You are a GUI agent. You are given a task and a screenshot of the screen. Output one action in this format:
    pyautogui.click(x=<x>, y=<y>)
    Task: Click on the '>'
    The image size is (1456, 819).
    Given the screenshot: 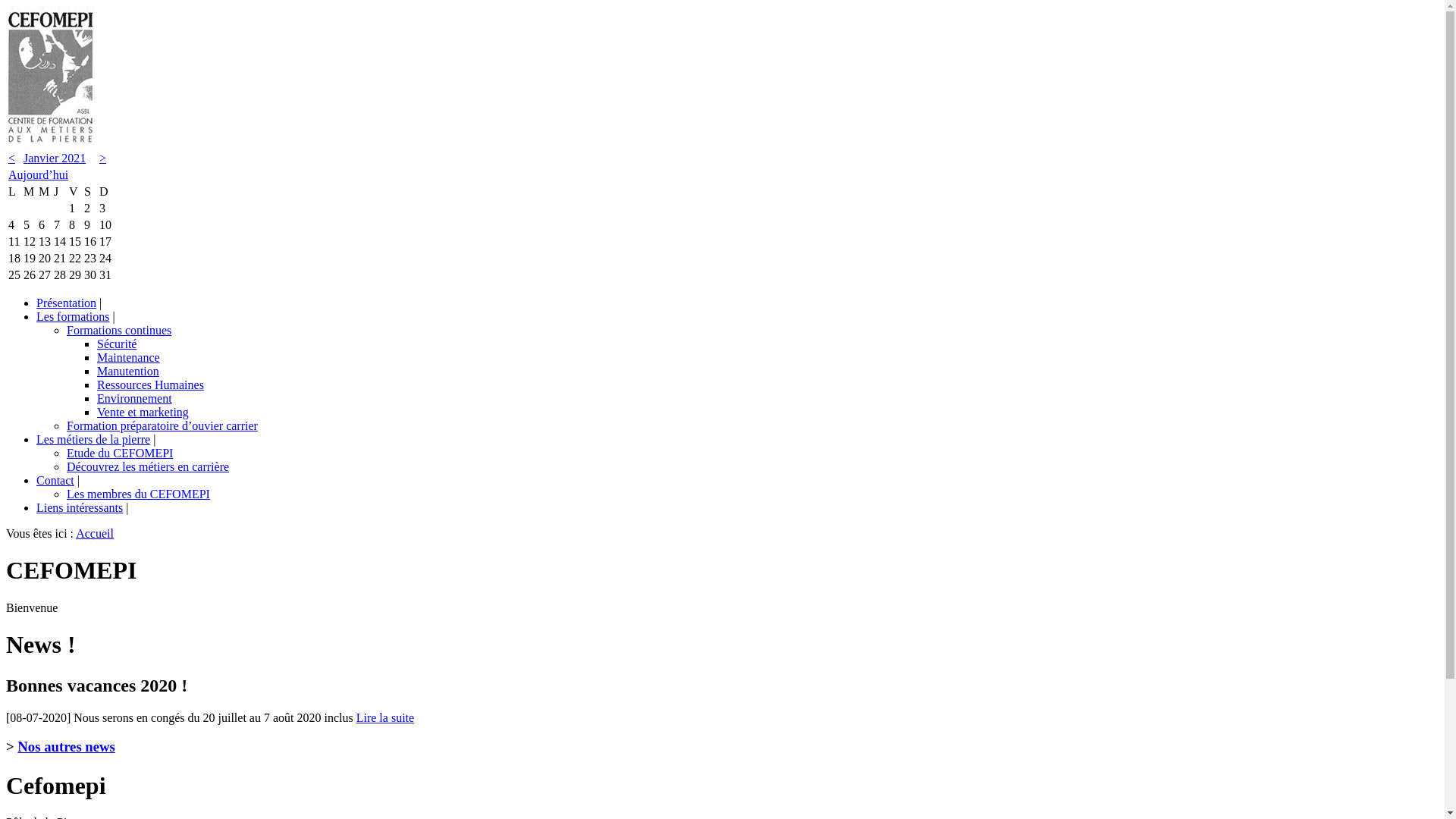 What is the action you would take?
    pyautogui.click(x=102, y=158)
    